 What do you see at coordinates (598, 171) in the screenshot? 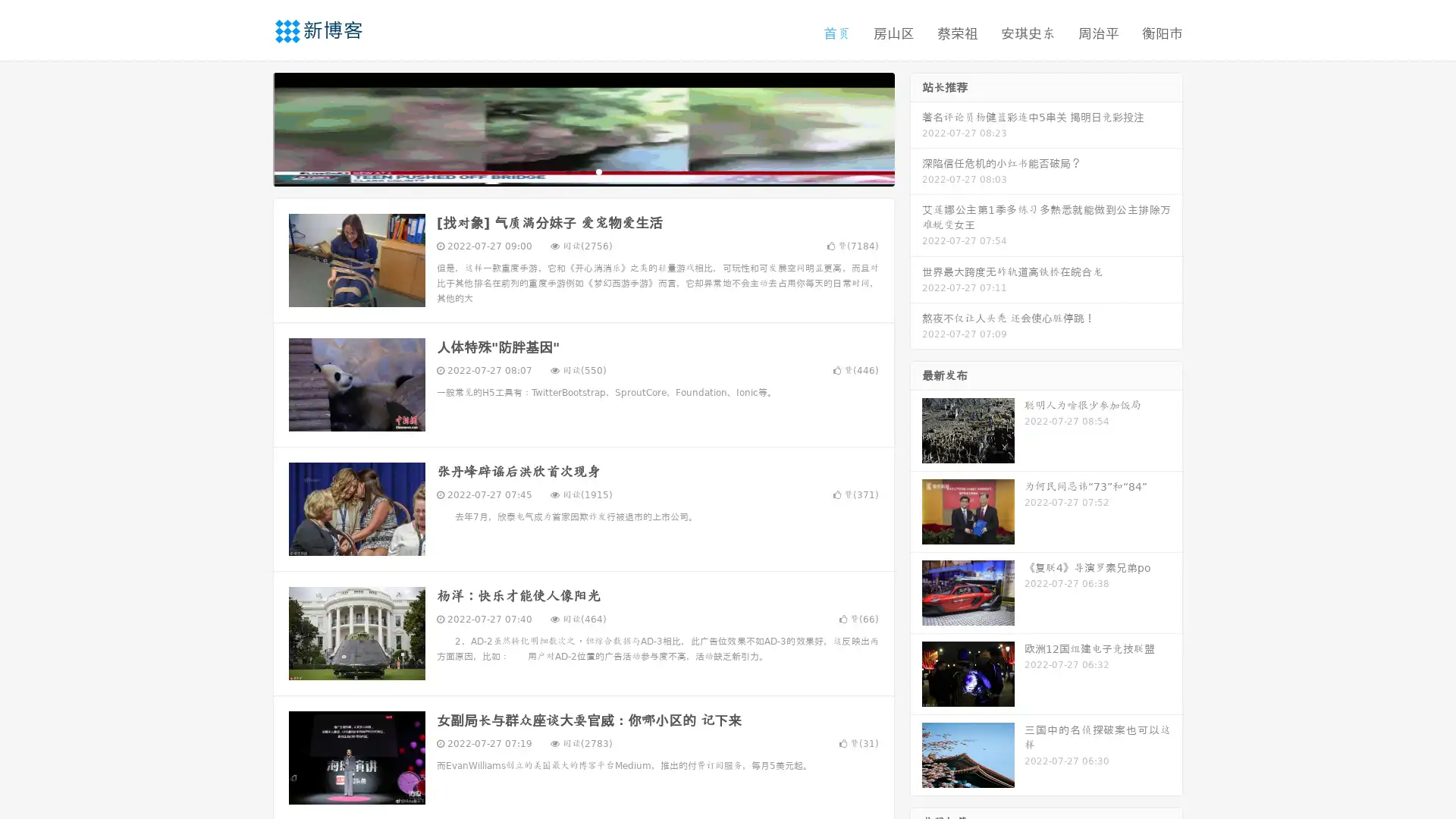
I see `Go to slide 3` at bounding box center [598, 171].